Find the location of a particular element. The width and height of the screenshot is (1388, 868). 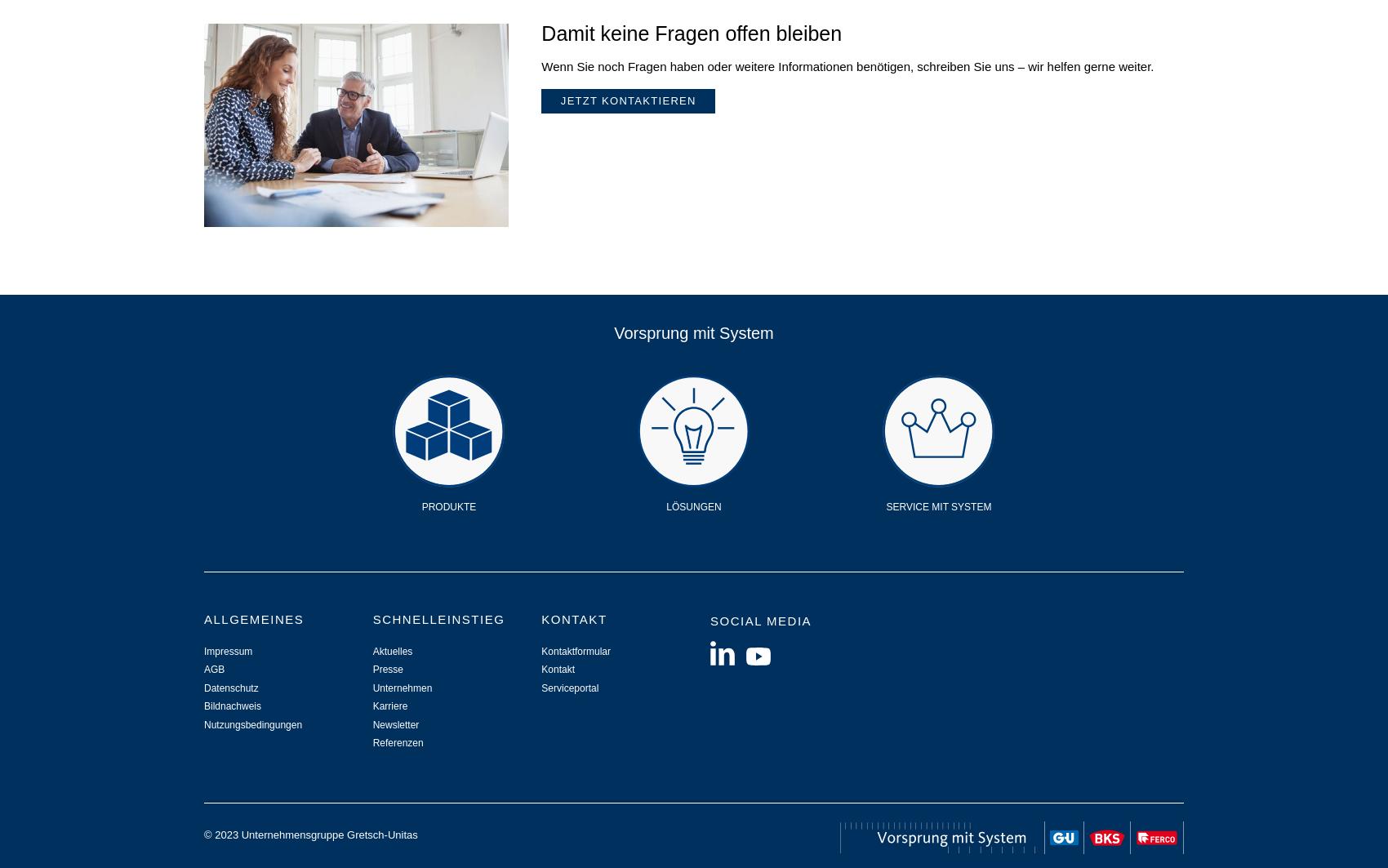

'Allgemeines' is located at coordinates (253, 617).